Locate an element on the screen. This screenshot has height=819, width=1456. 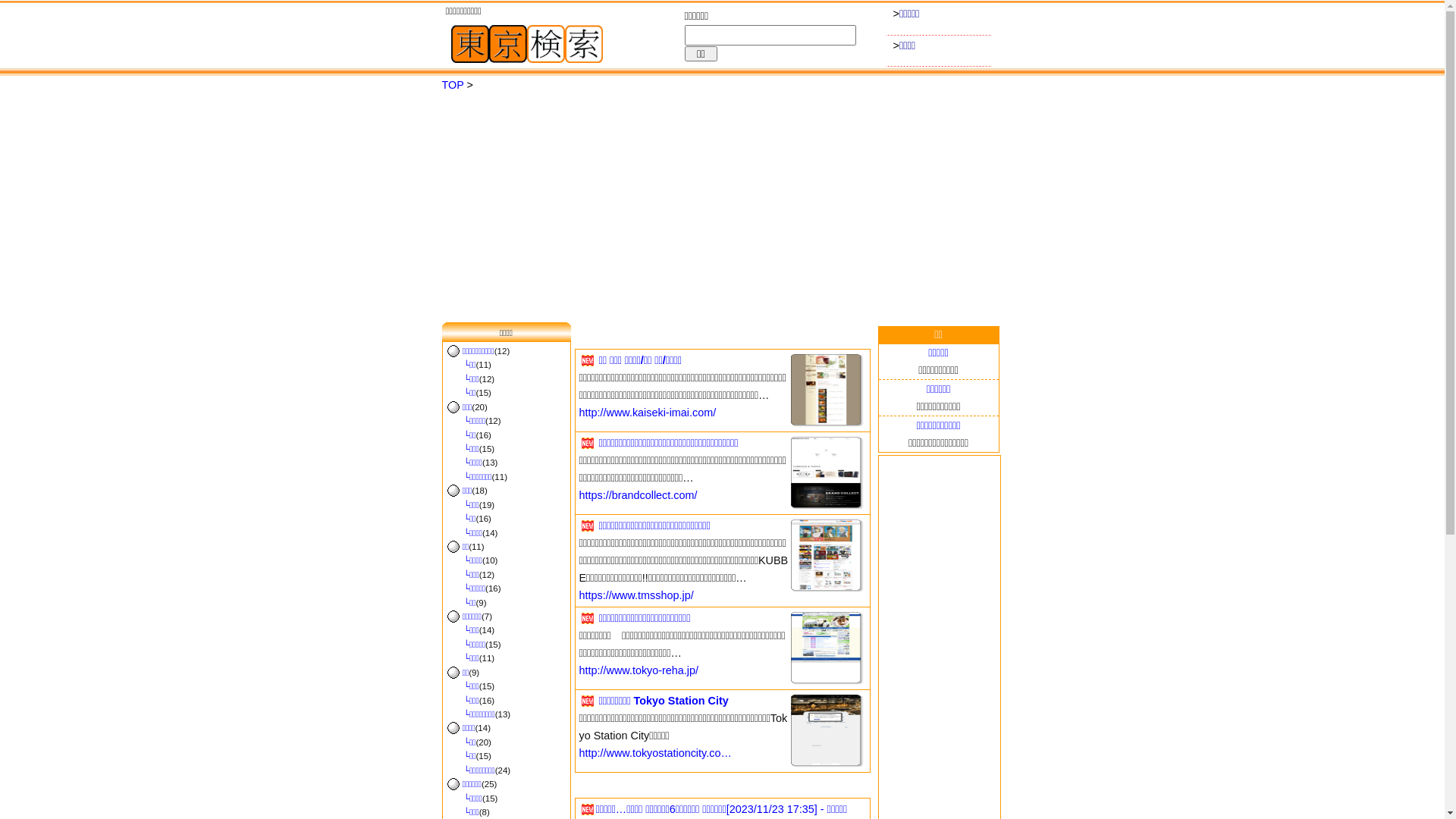
'http://www.tokyo-reha.jp/' is located at coordinates (639, 669).